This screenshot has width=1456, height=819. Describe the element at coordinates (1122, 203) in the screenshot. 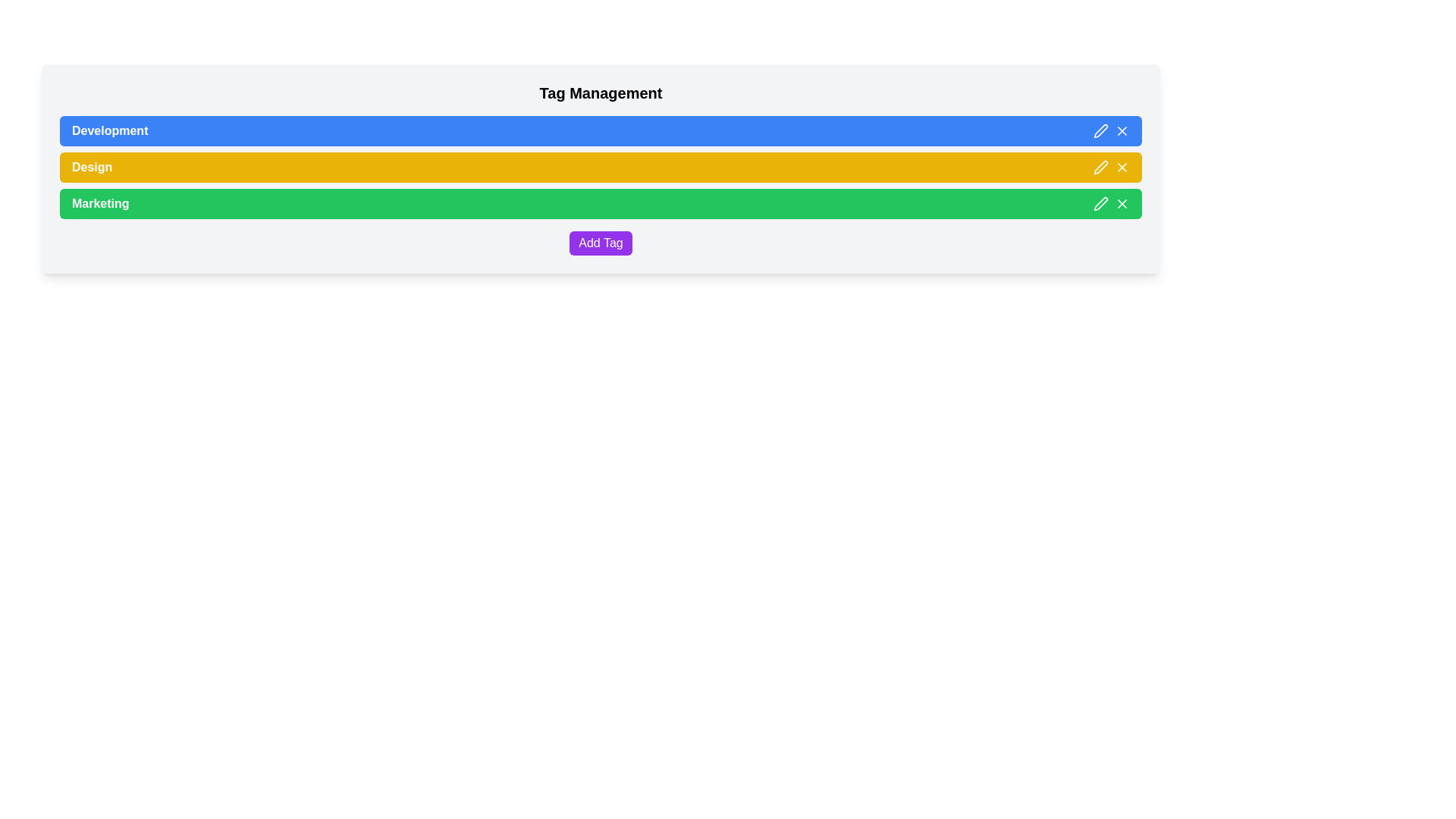

I see `the small cross-shaped icon with rounded edges, which is white against a green background, located on the third row of the list-like interface next to the green 'Marketing' label` at that location.